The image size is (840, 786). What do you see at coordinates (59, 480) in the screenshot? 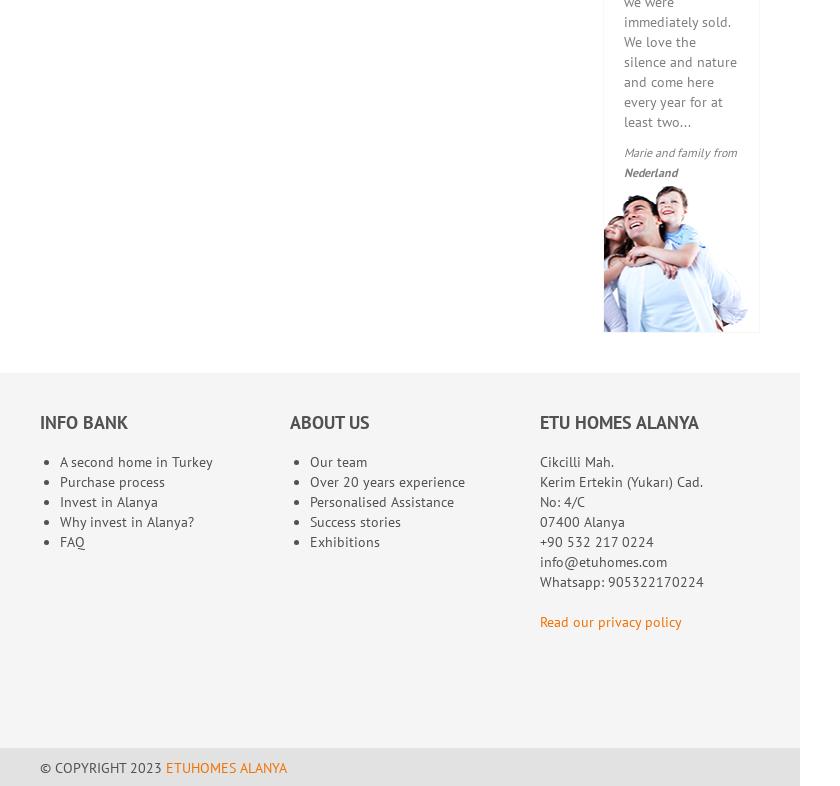
I see `'Purchase process'` at bounding box center [59, 480].